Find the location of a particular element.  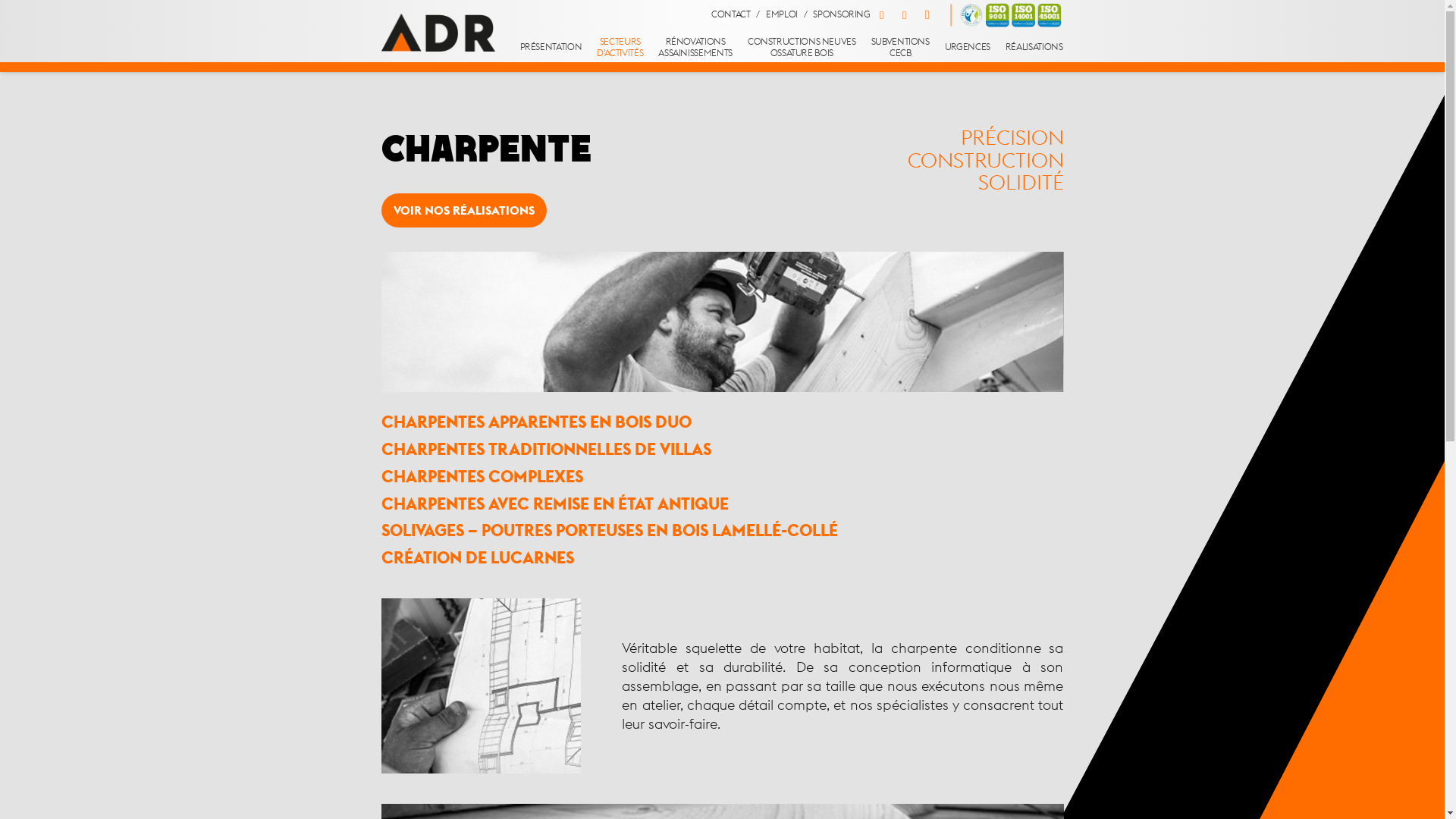

'EMPLOI' is located at coordinates (782, 14).